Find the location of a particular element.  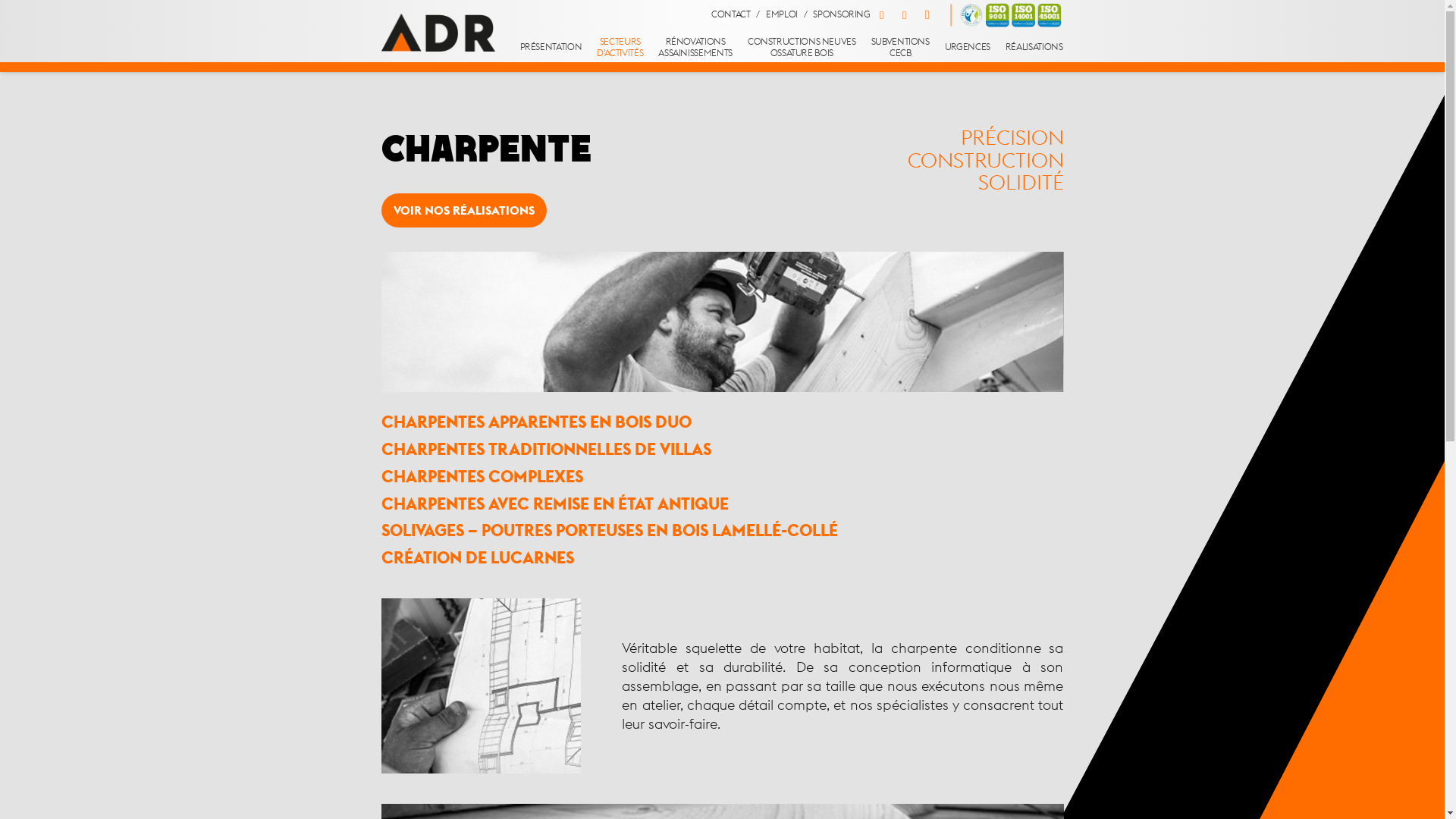

'EMPLOI' is located at coordinates (782, 14).